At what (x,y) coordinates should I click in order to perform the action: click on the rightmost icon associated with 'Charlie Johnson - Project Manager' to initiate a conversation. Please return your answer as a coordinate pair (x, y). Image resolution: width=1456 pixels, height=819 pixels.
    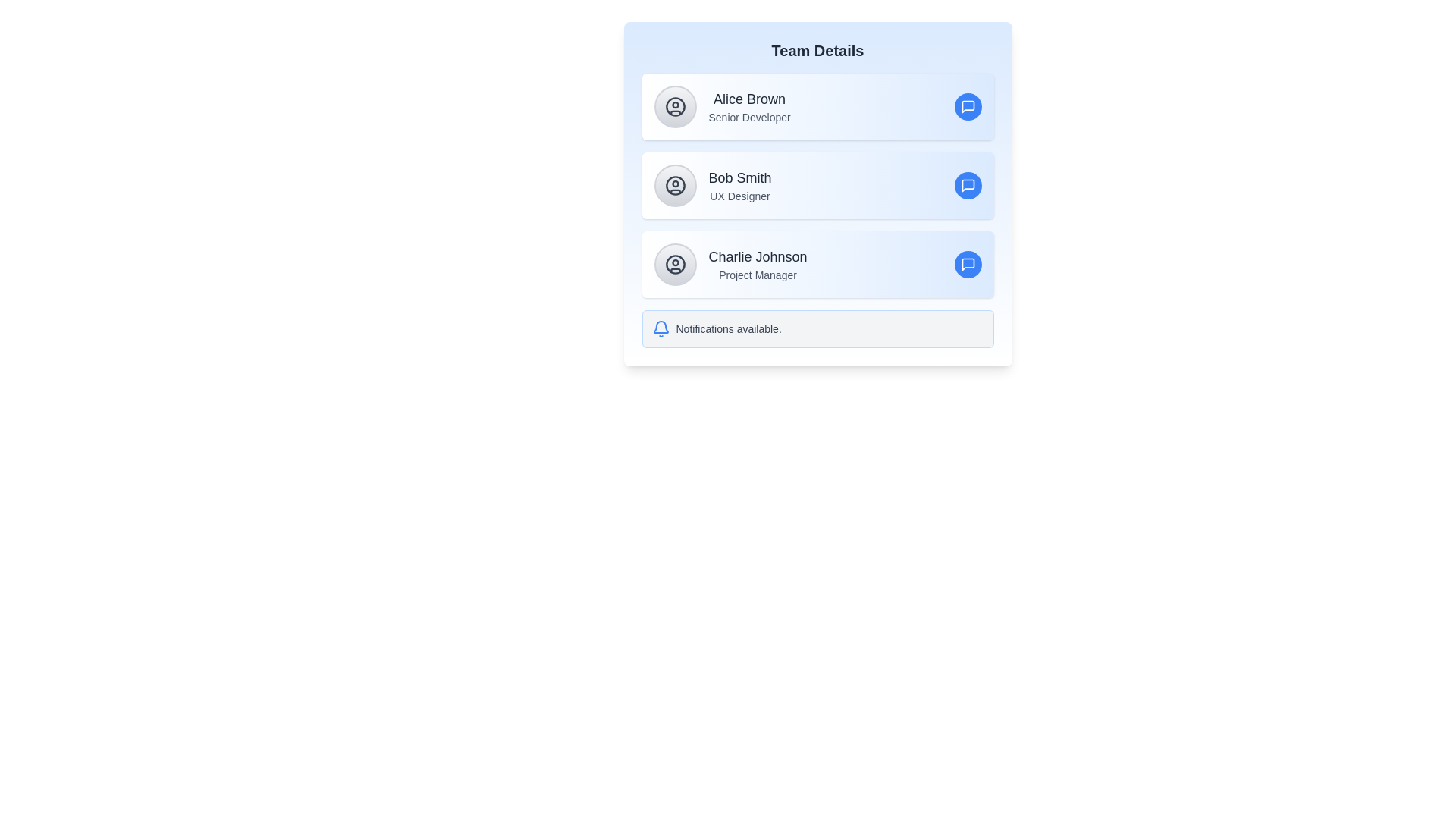
    Looking at the image, I should click on (967, 263).